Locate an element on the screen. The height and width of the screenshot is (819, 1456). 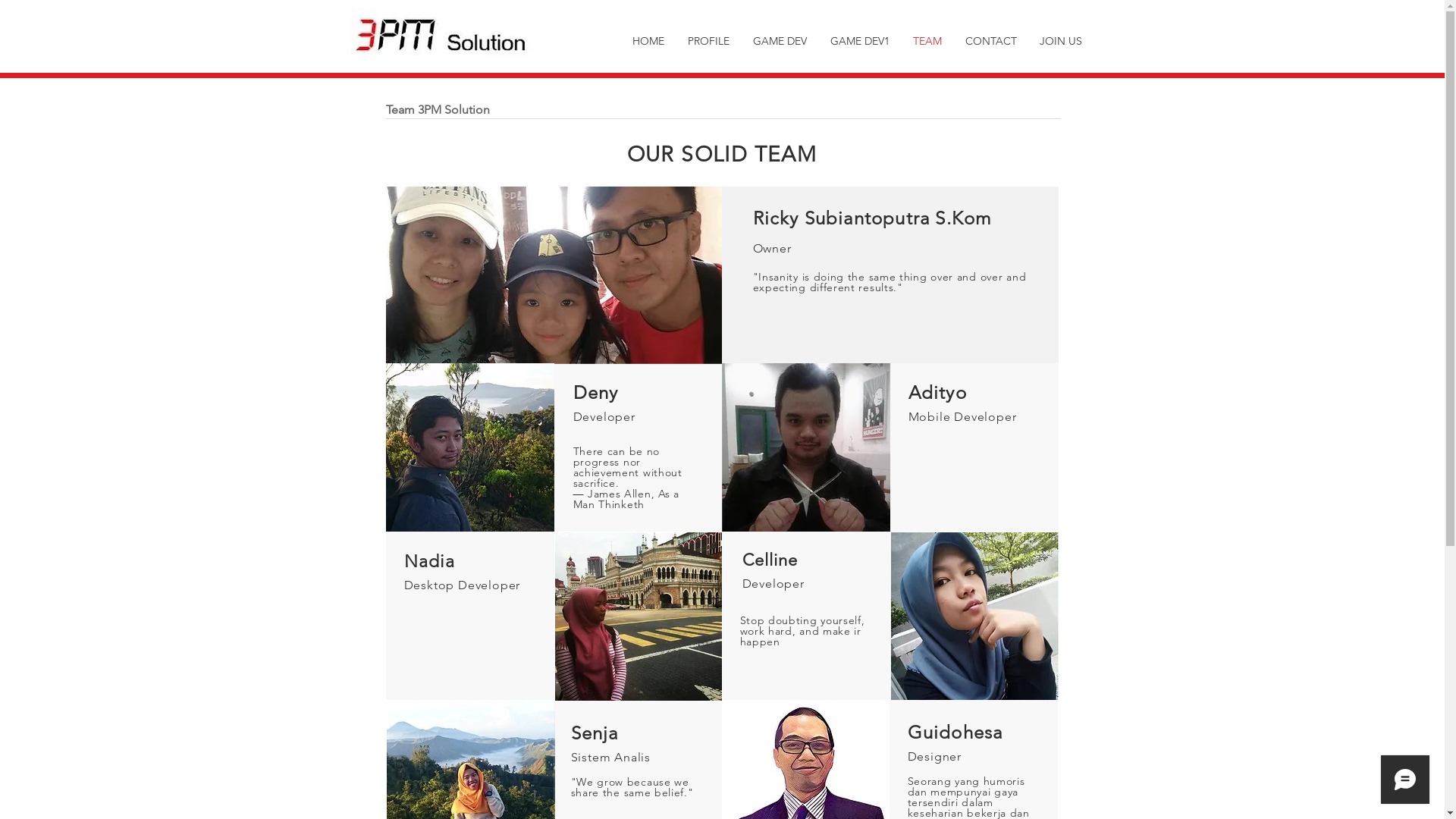
'GAME DEV1' is located at coordinates (860, 40).